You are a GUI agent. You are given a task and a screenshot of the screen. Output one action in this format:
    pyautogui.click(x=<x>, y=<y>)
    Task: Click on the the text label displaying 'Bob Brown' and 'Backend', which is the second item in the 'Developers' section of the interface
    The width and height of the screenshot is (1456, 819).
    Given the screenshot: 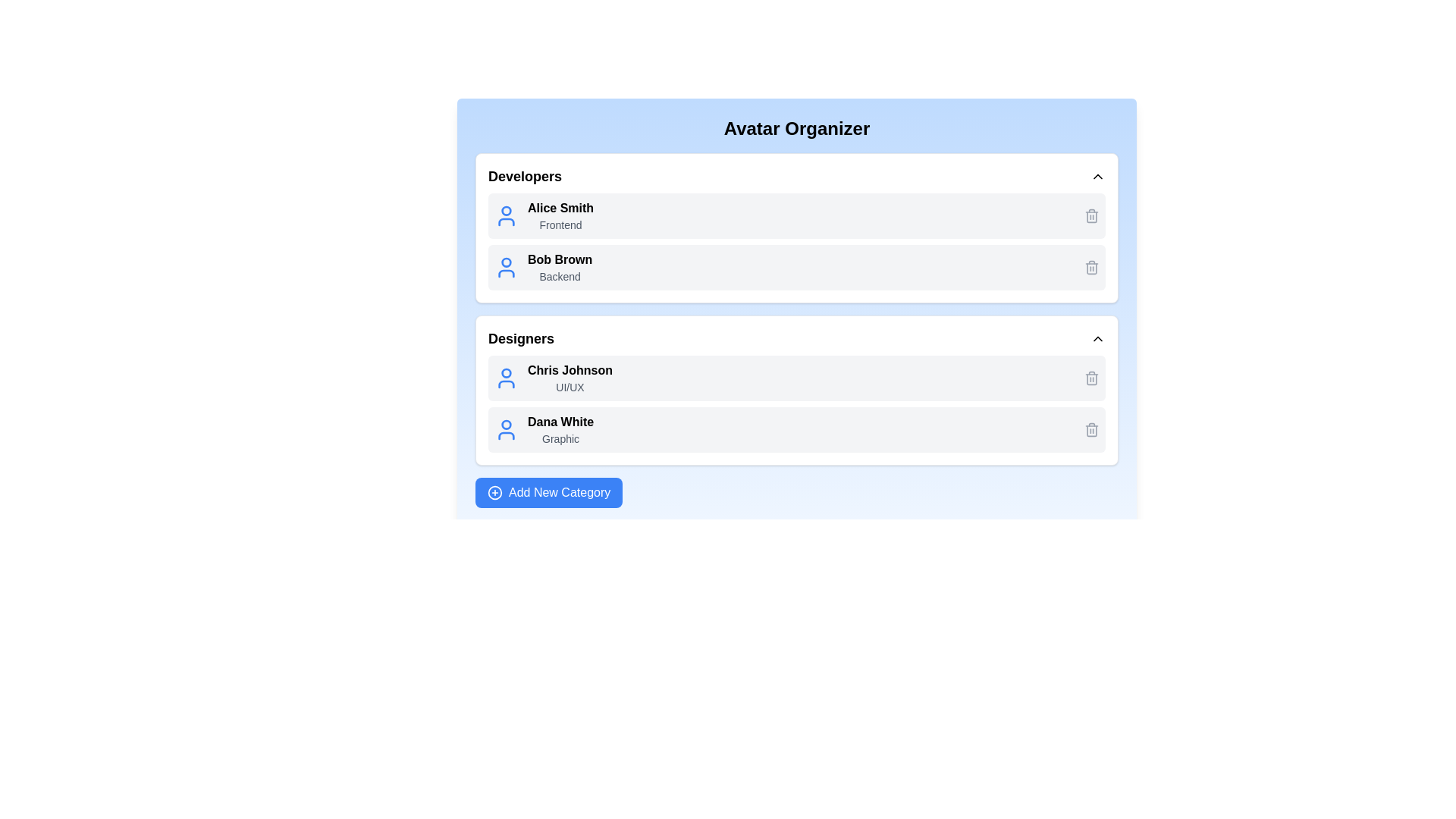 What is the action you would take?
    pyautogui.click(x=559, y=267)
    